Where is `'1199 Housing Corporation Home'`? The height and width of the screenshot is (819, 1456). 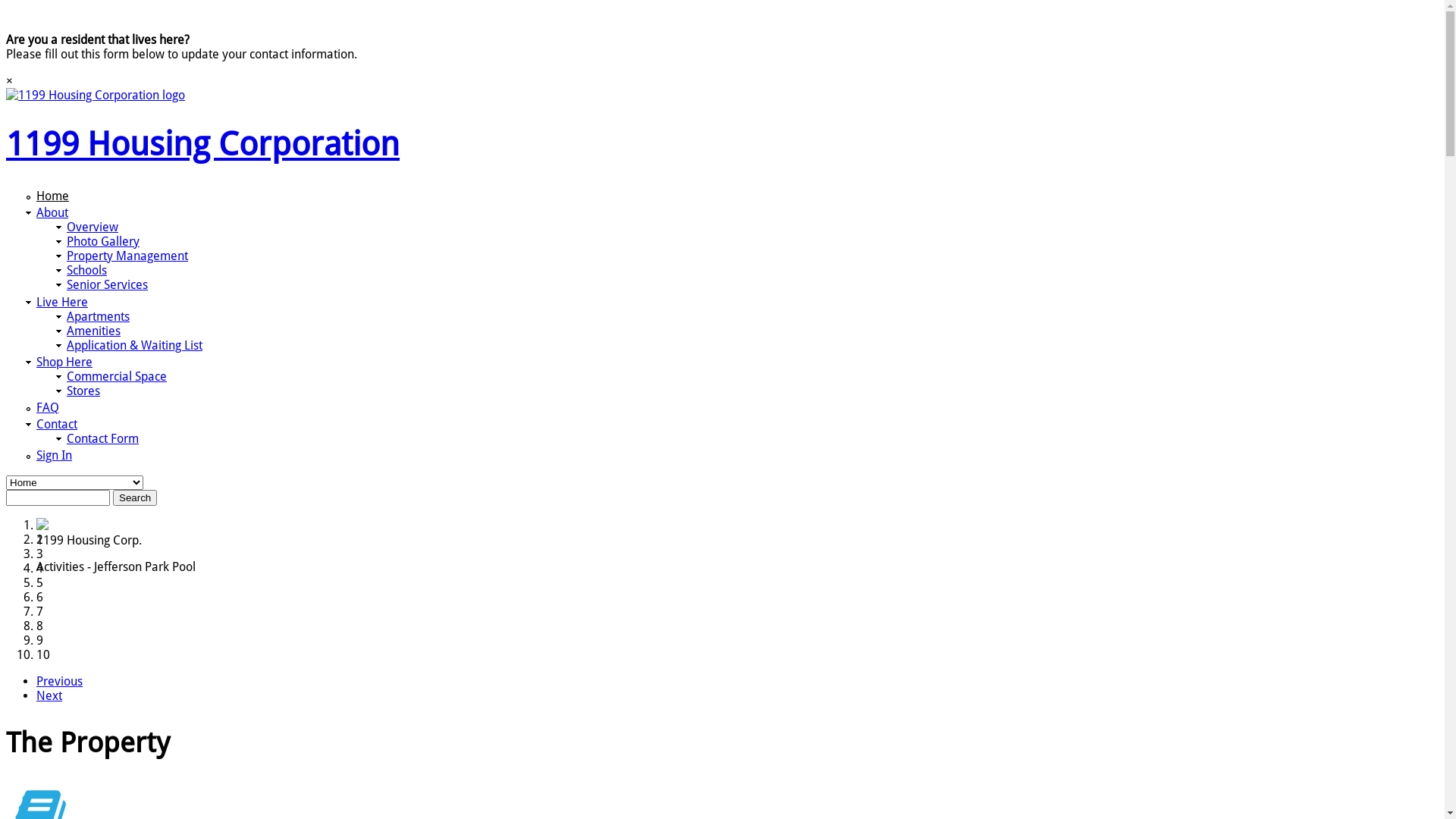
'1199 Housing Corporation Home' is located at coordinates (94, 95).